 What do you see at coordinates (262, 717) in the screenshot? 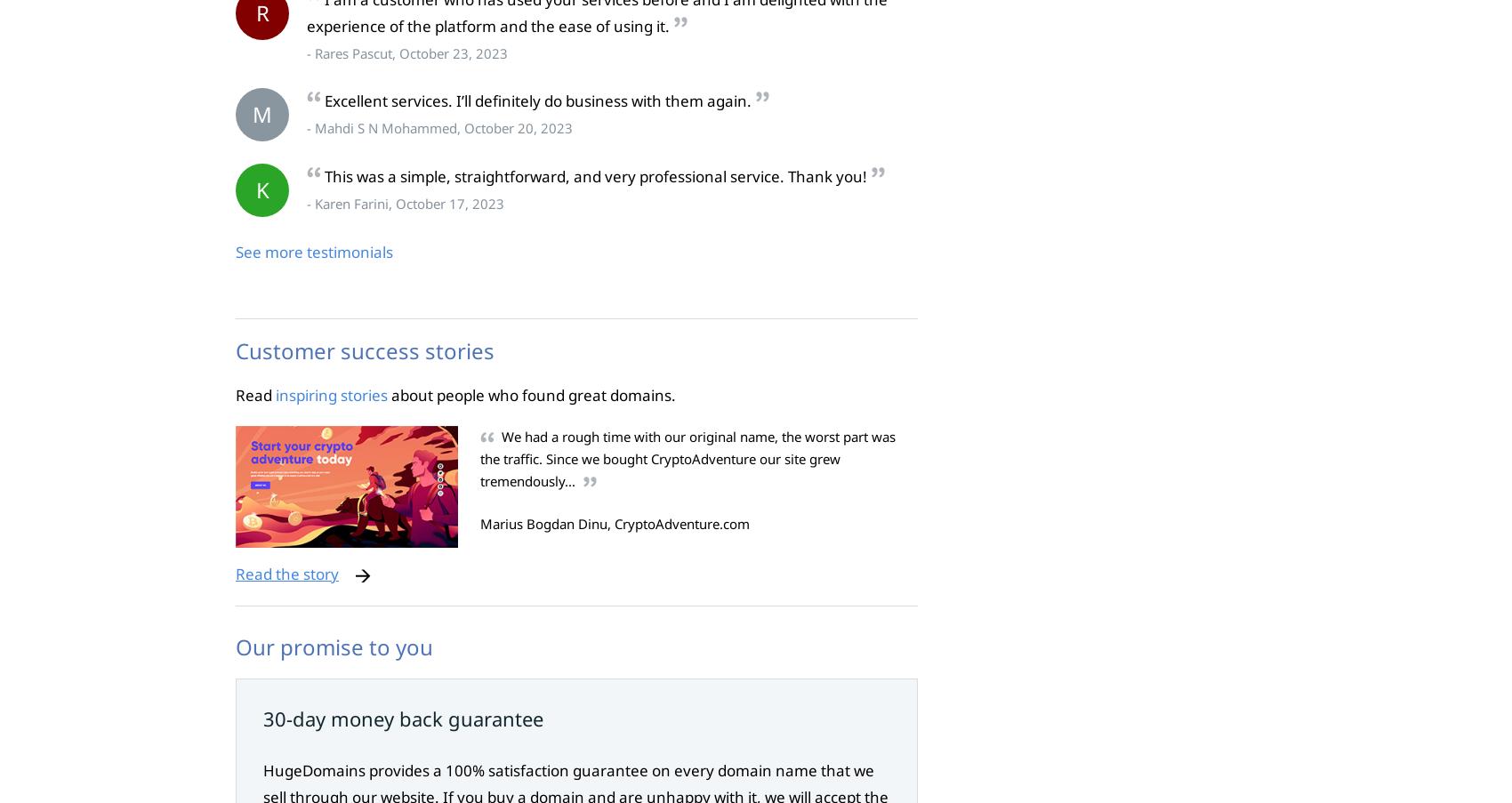
I see `'30-day money back guarantee'` at bounding box center [262, 717].